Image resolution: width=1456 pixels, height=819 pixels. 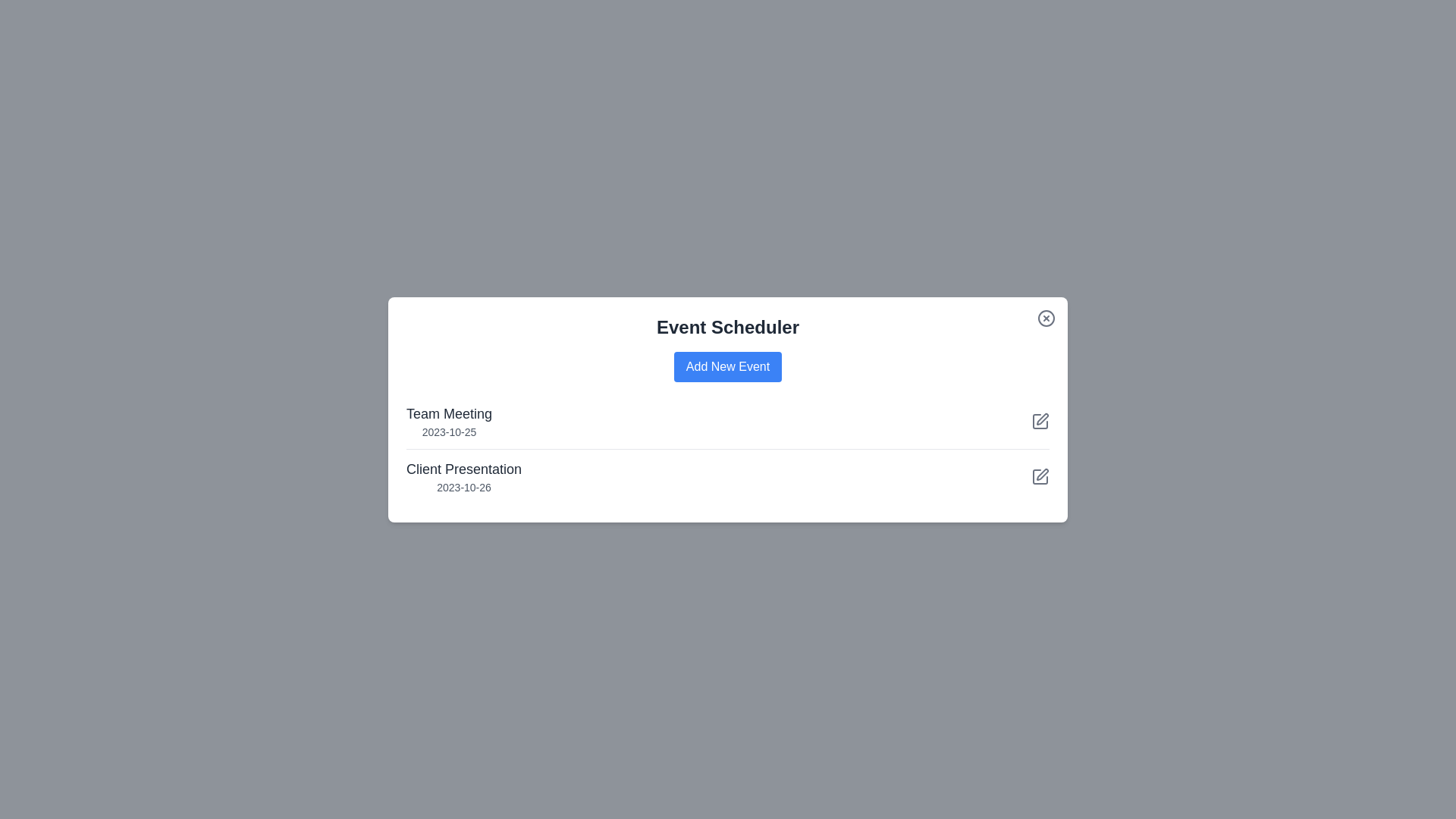 What do you see at coordinates (463, 475) in the screenshot?
I see `the event entry displaying the title 'Client Presentation' and the date '2023-10-26' if interactivity is added` at bounding box center [463, 475].